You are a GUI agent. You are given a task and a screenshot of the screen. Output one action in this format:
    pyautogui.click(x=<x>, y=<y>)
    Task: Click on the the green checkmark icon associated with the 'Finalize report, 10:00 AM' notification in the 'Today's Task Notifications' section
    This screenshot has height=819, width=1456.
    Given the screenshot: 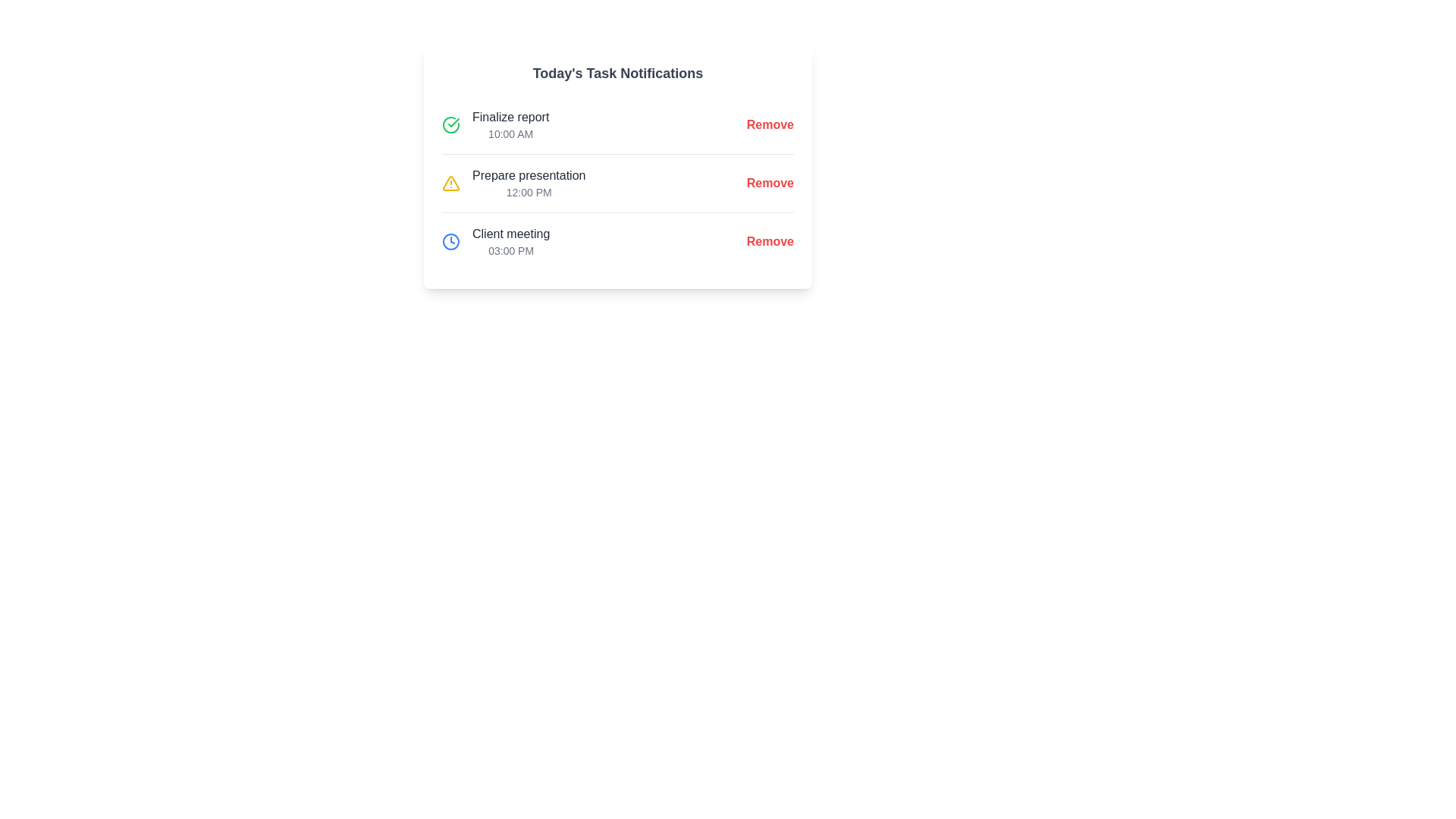 What is the action you would take?
    pyautogui.click(x=453, y=122)
    